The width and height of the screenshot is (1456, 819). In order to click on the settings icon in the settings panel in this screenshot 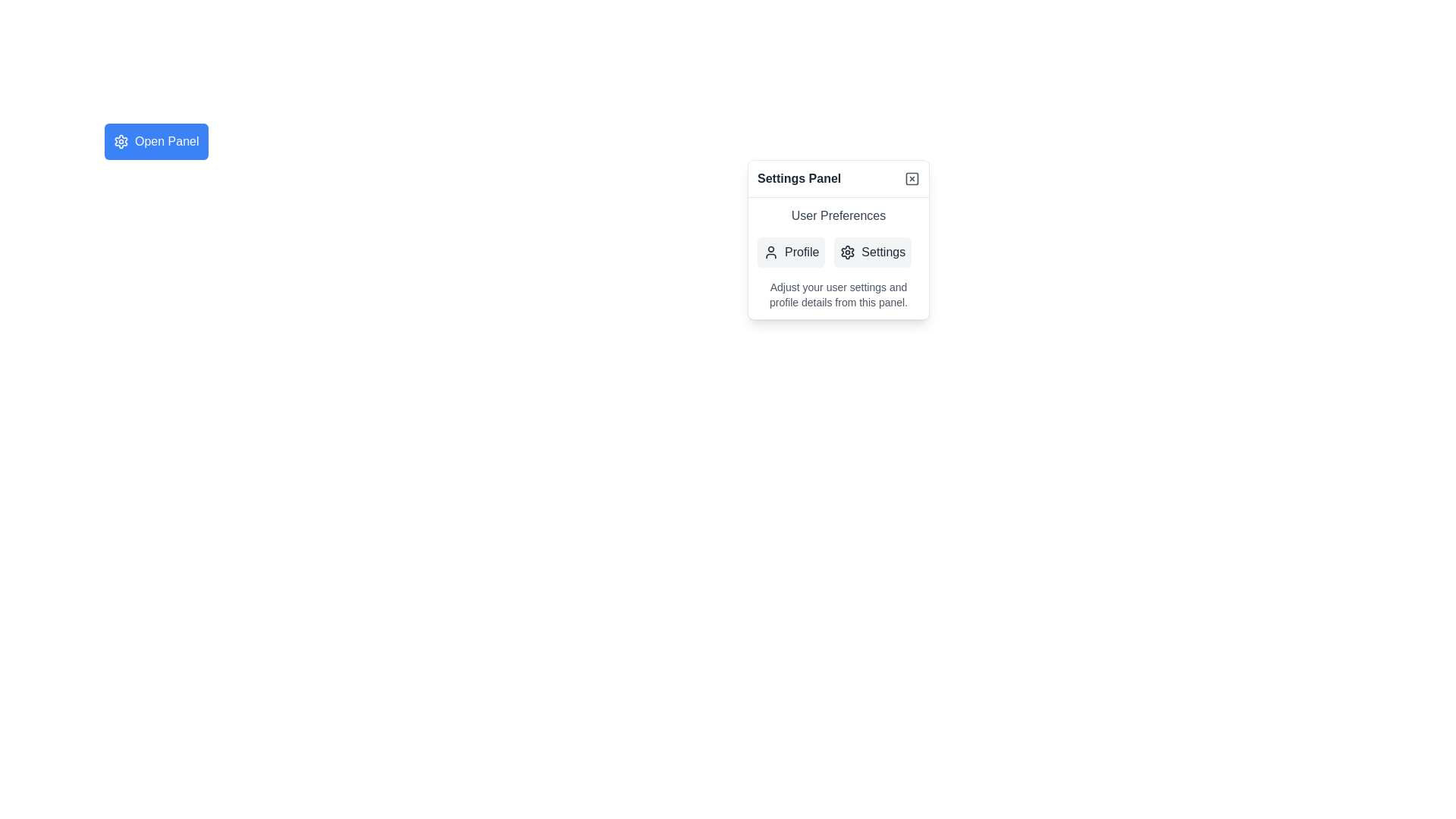, I will do `click(847, 251)`.